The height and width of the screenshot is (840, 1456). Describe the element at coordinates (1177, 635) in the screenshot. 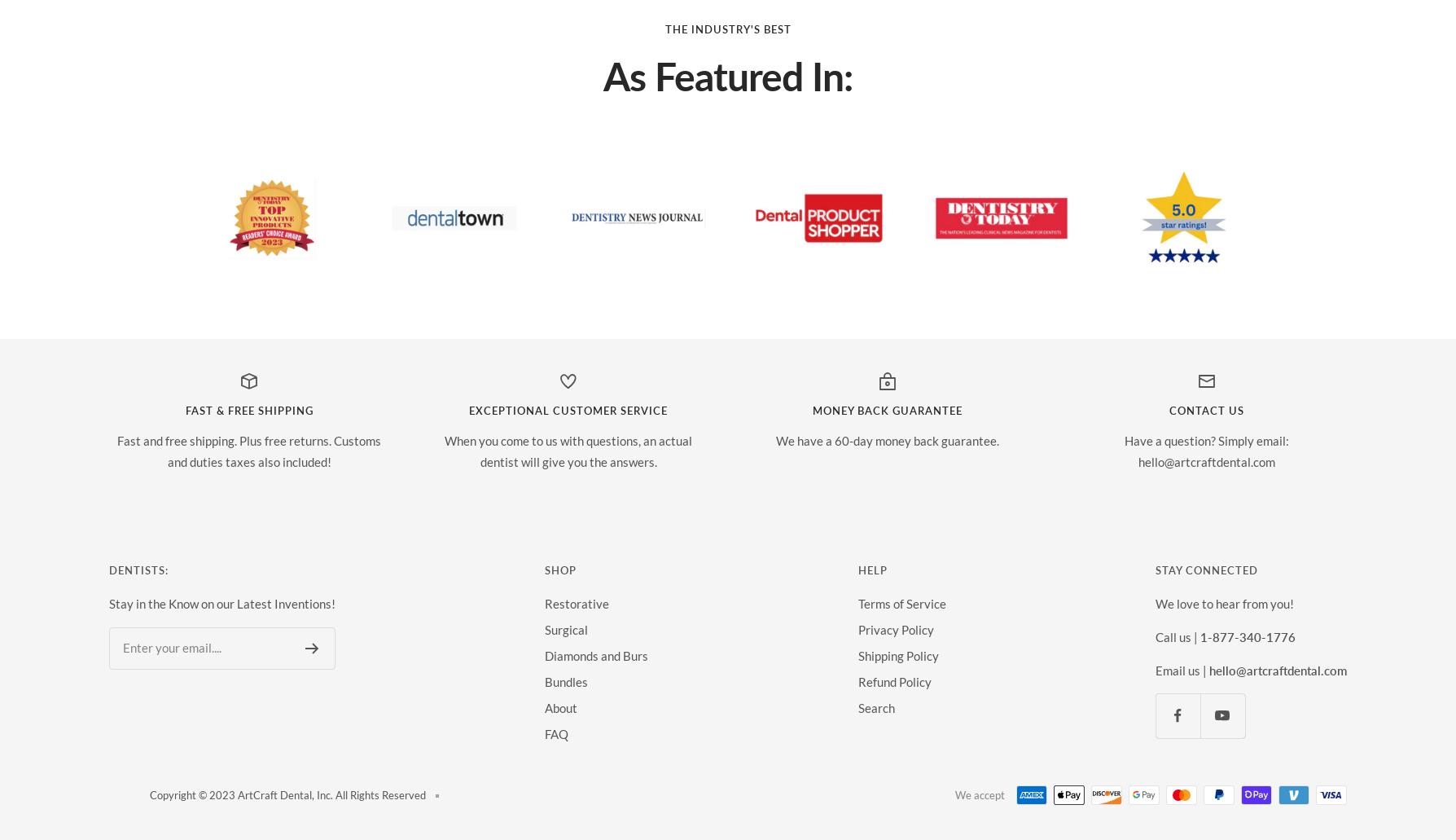

I see `'Call us |'` at that location.